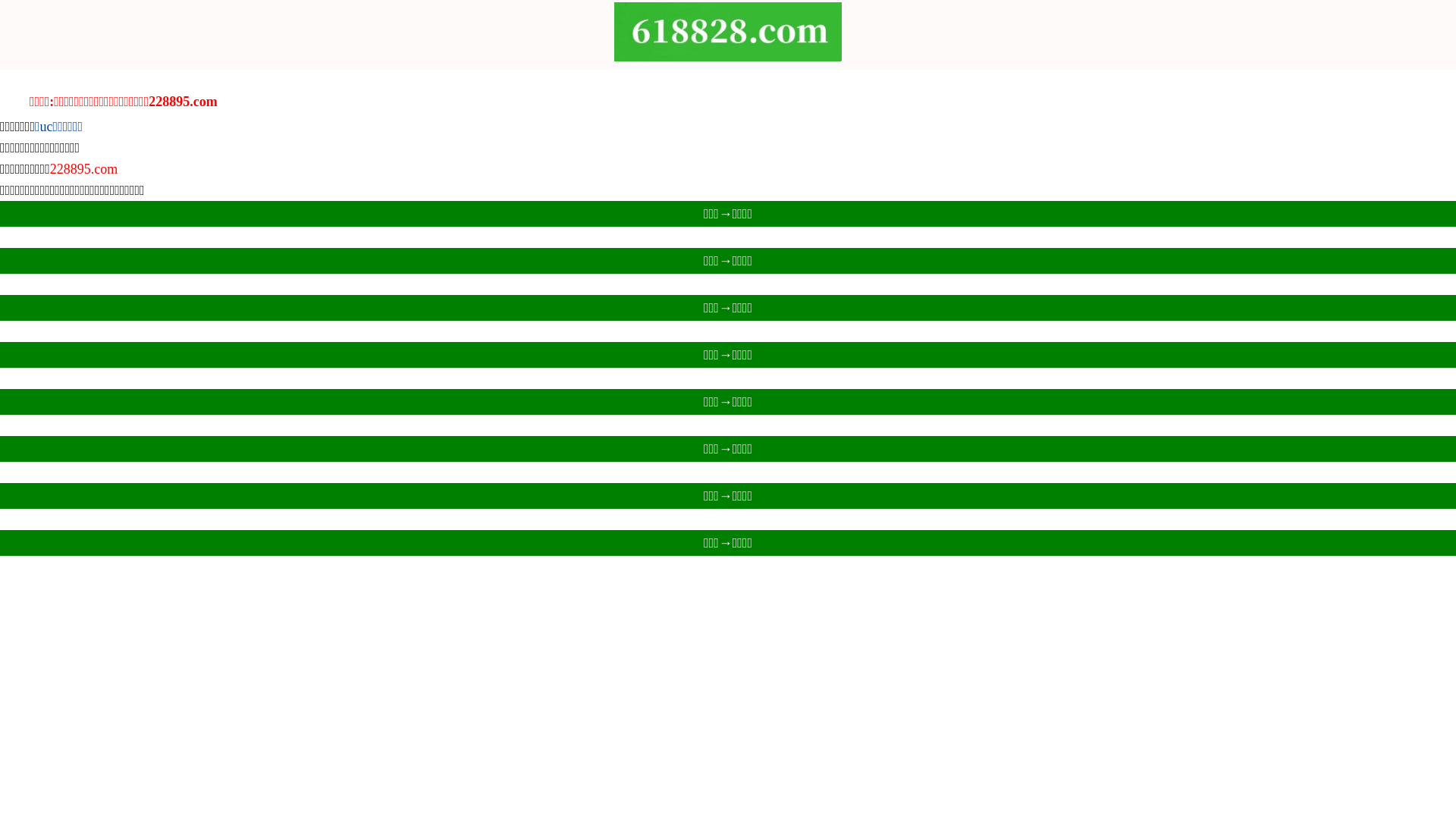 Image resolution: width=1456 pixels, height=819 pixels. I want to click on '228895.com', so click(83, 169).